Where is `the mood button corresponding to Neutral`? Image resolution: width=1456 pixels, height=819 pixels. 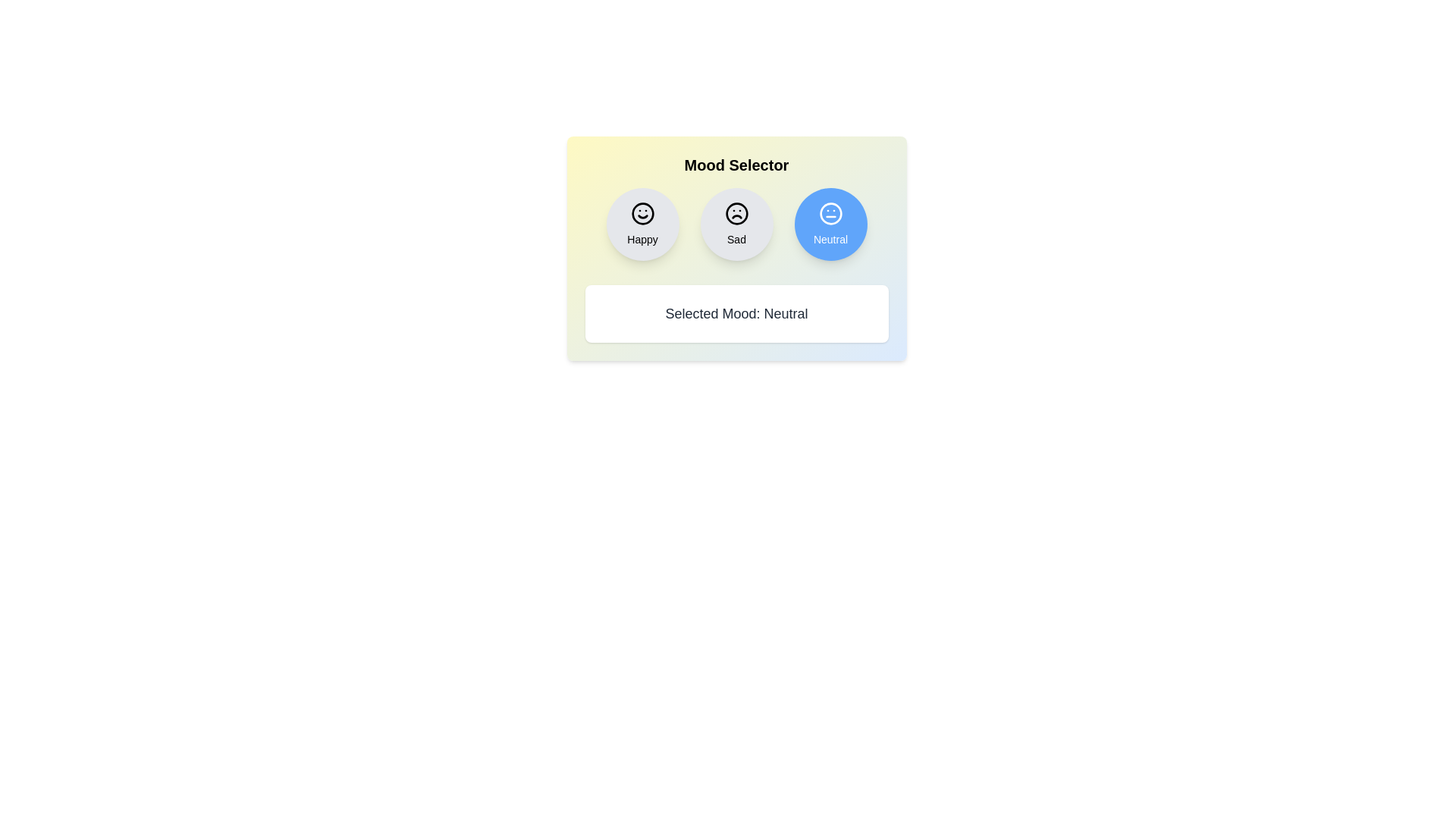
the mood button corresponding to Neutral is located at coordinates (830, 224).